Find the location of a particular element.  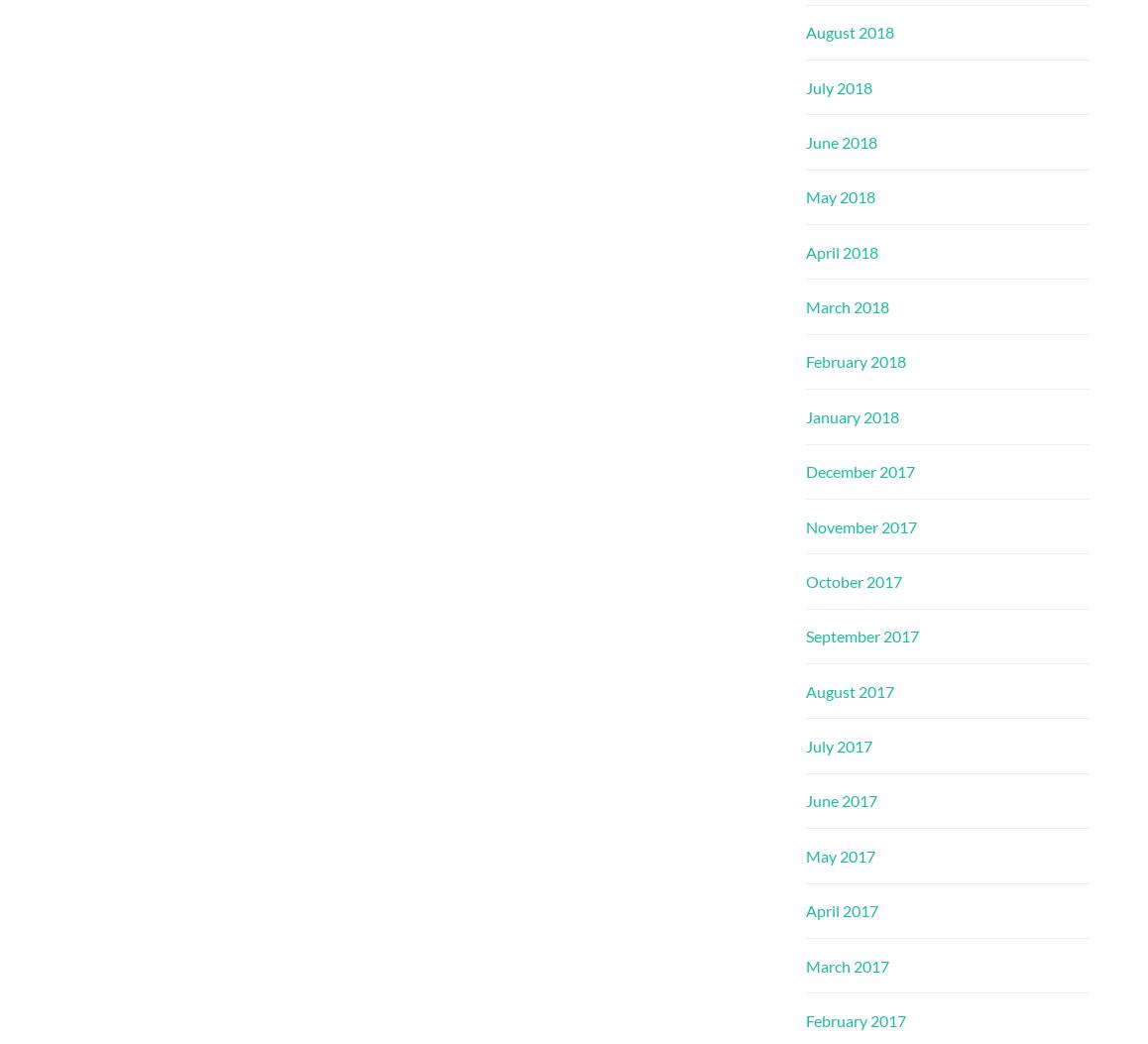

'May 2017' is located at coordinates (840, 855).